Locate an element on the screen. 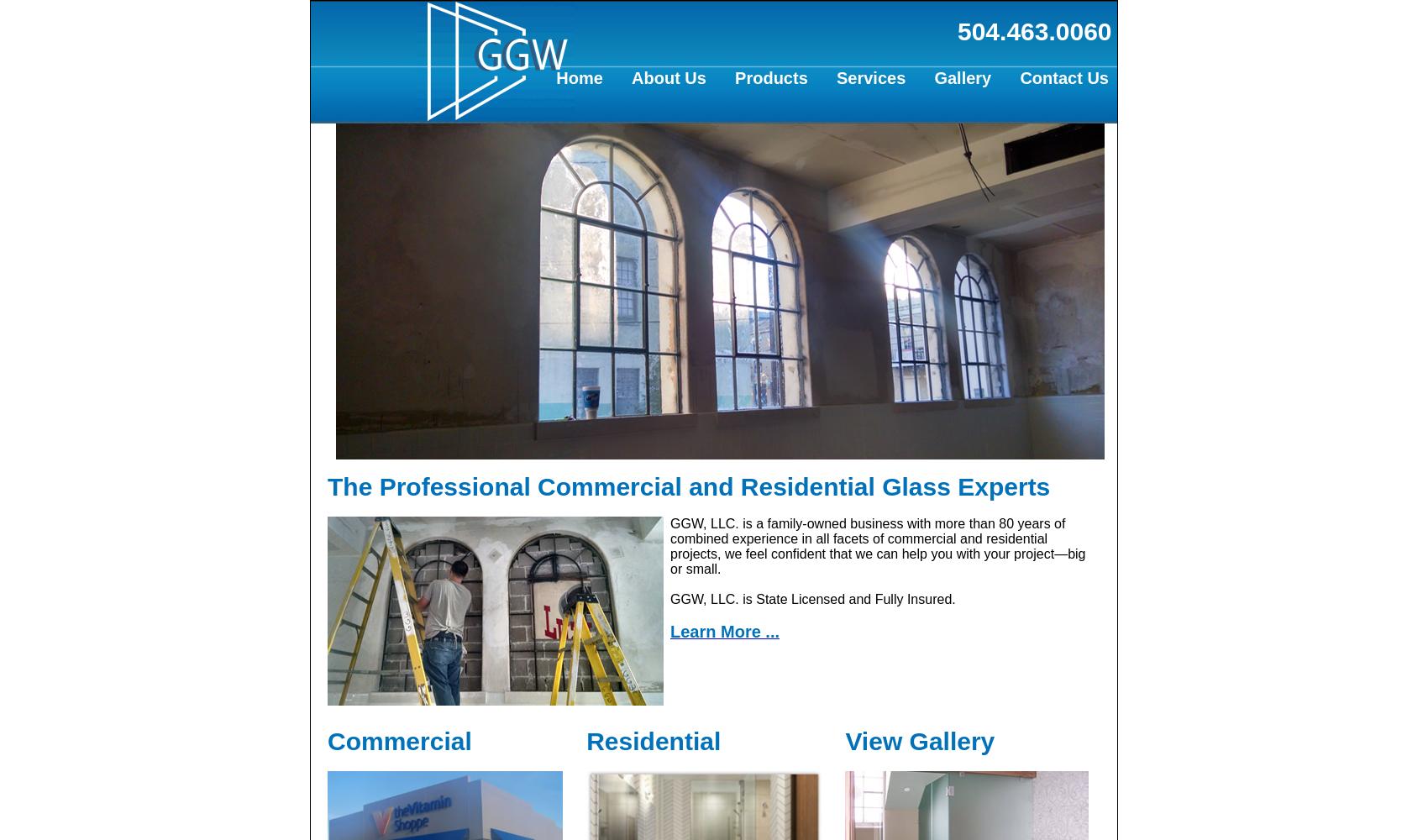 Image resolution: width=1428 pixels, height=840 pixels. 'Commercial' is located at coordinates (399, 741).